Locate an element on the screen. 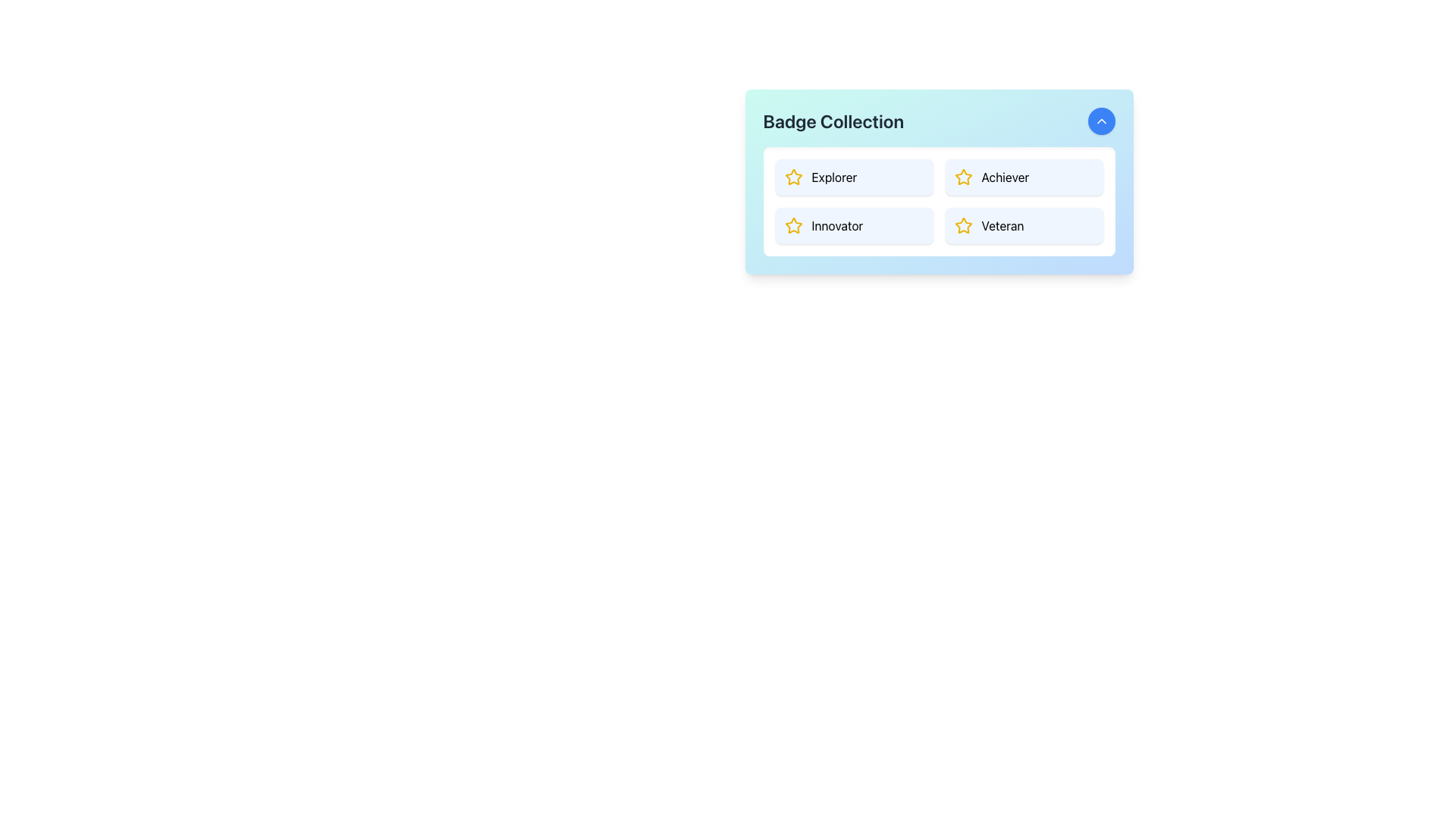  the star icon with a yellow outline that represents the 'Innovator' badge, located in the second row, first column of the 'Badge Collection' section is located at coordinates (792, 225).